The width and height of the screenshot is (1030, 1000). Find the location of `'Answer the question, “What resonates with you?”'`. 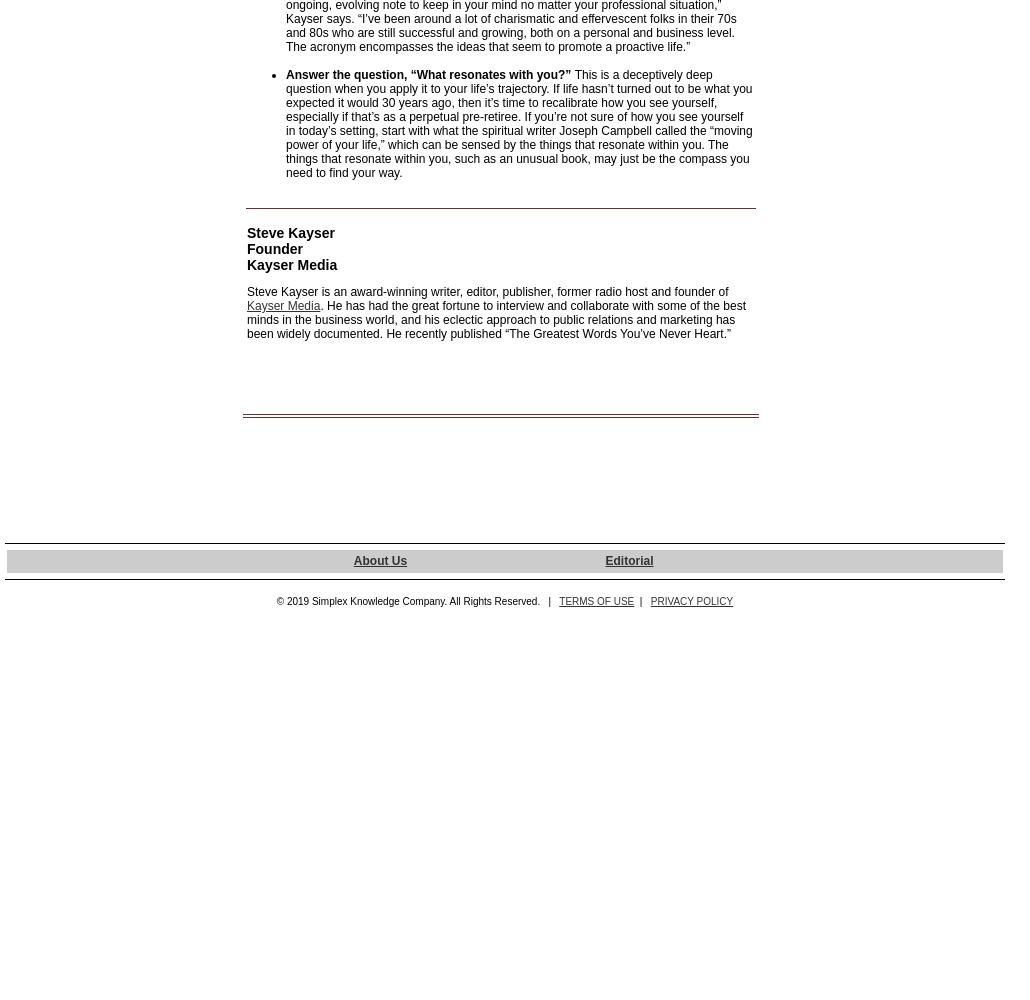

'Answer the question, “What resonates with you?”' is located at coordinates (429, 74).